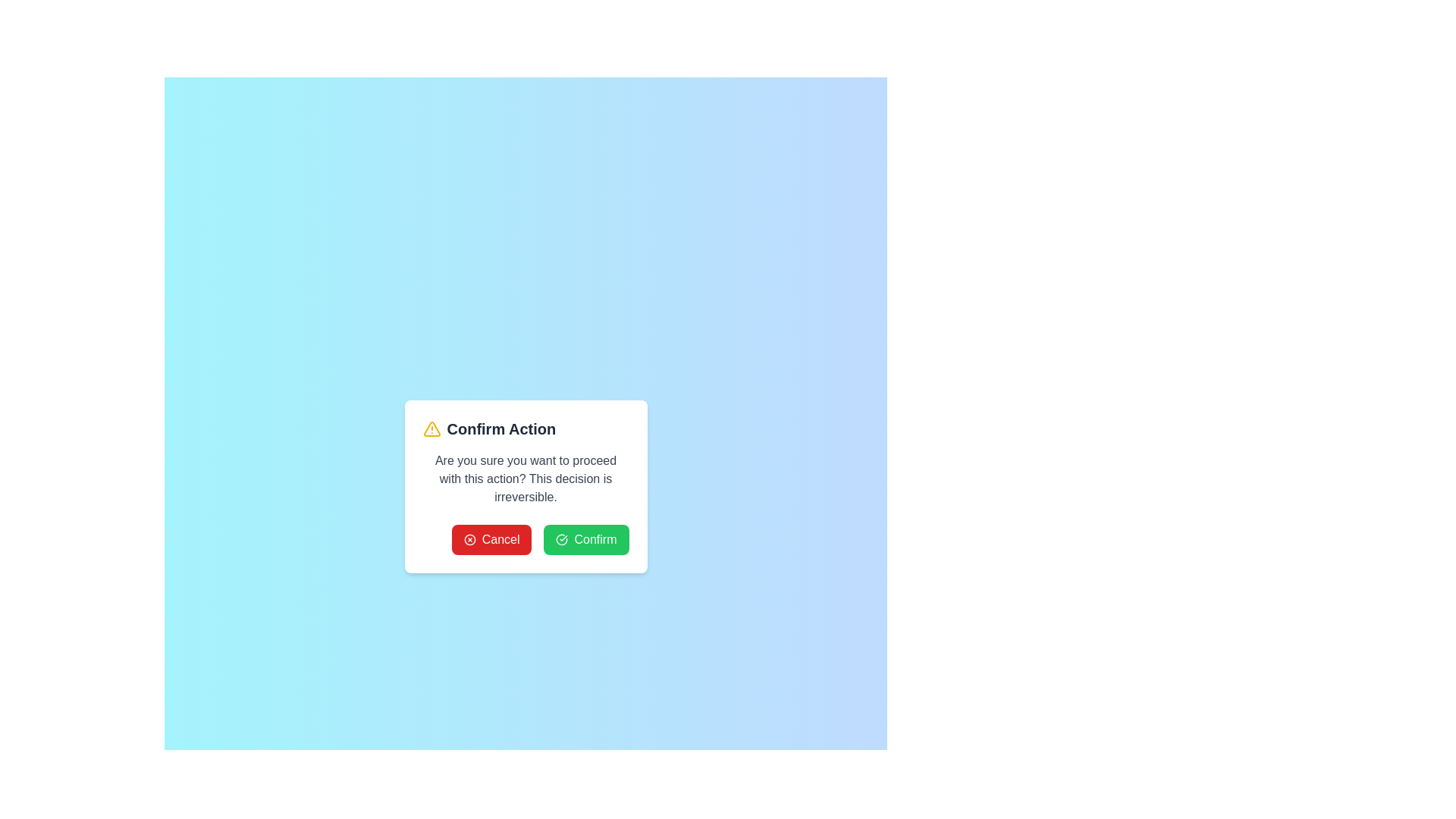 This screenshot has height=819, width=1456. I want to click on the rectangular green 'Confirm' button with rounded corners and a check icon, so click(585, 539).